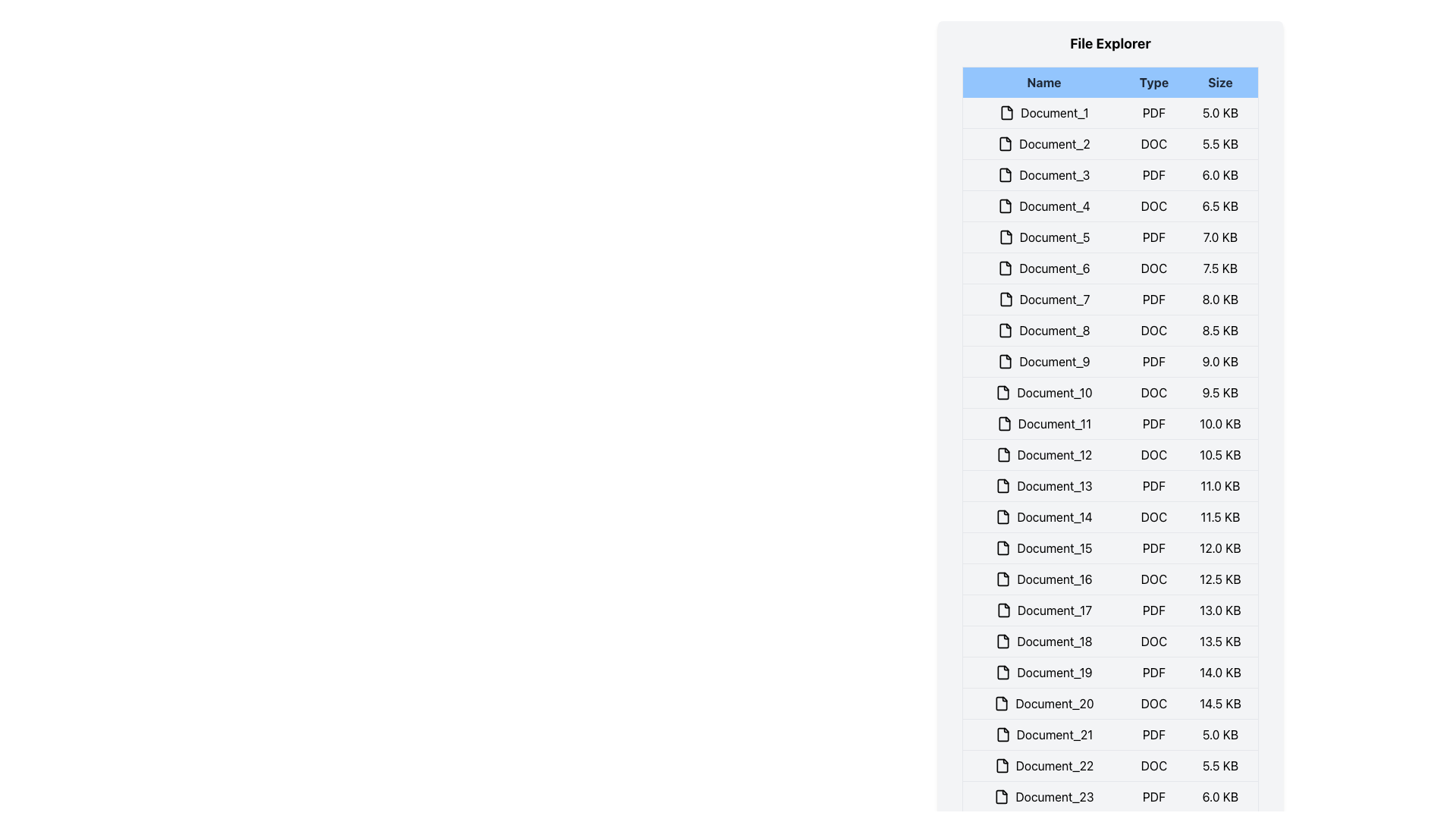 The image size is (1456, 819). What do you see at coordinates (1220, 548) in the screenshot?
I see `the static text label displaying '12.0 KB' that is part of the row representing 'Document_15' in the table structure` at bounding box center [1220, 548].